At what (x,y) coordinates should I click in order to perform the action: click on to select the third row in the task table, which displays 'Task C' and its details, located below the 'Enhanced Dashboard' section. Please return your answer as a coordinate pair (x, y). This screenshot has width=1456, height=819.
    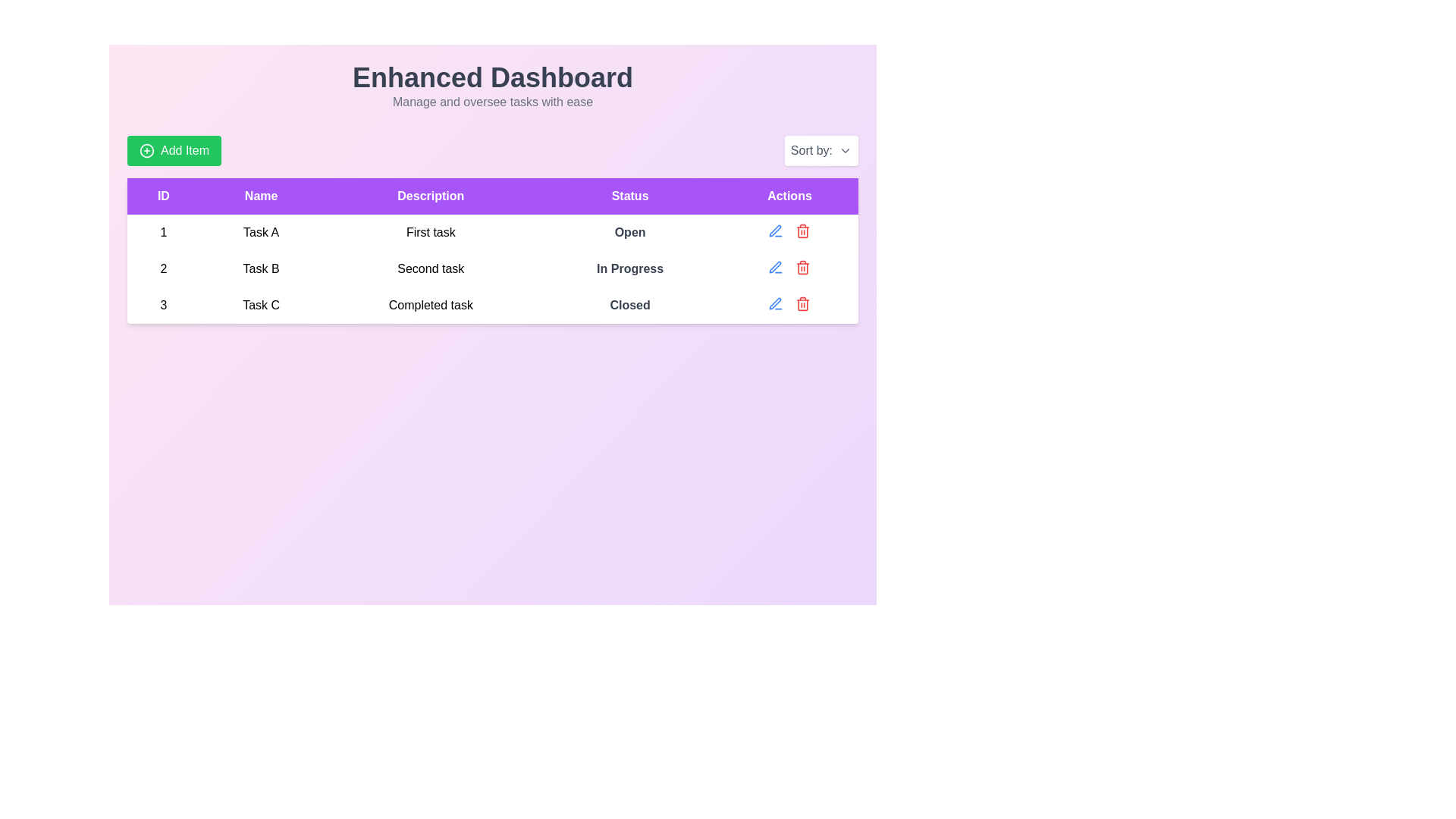
    Looking at the image, I should click on (492, 305).